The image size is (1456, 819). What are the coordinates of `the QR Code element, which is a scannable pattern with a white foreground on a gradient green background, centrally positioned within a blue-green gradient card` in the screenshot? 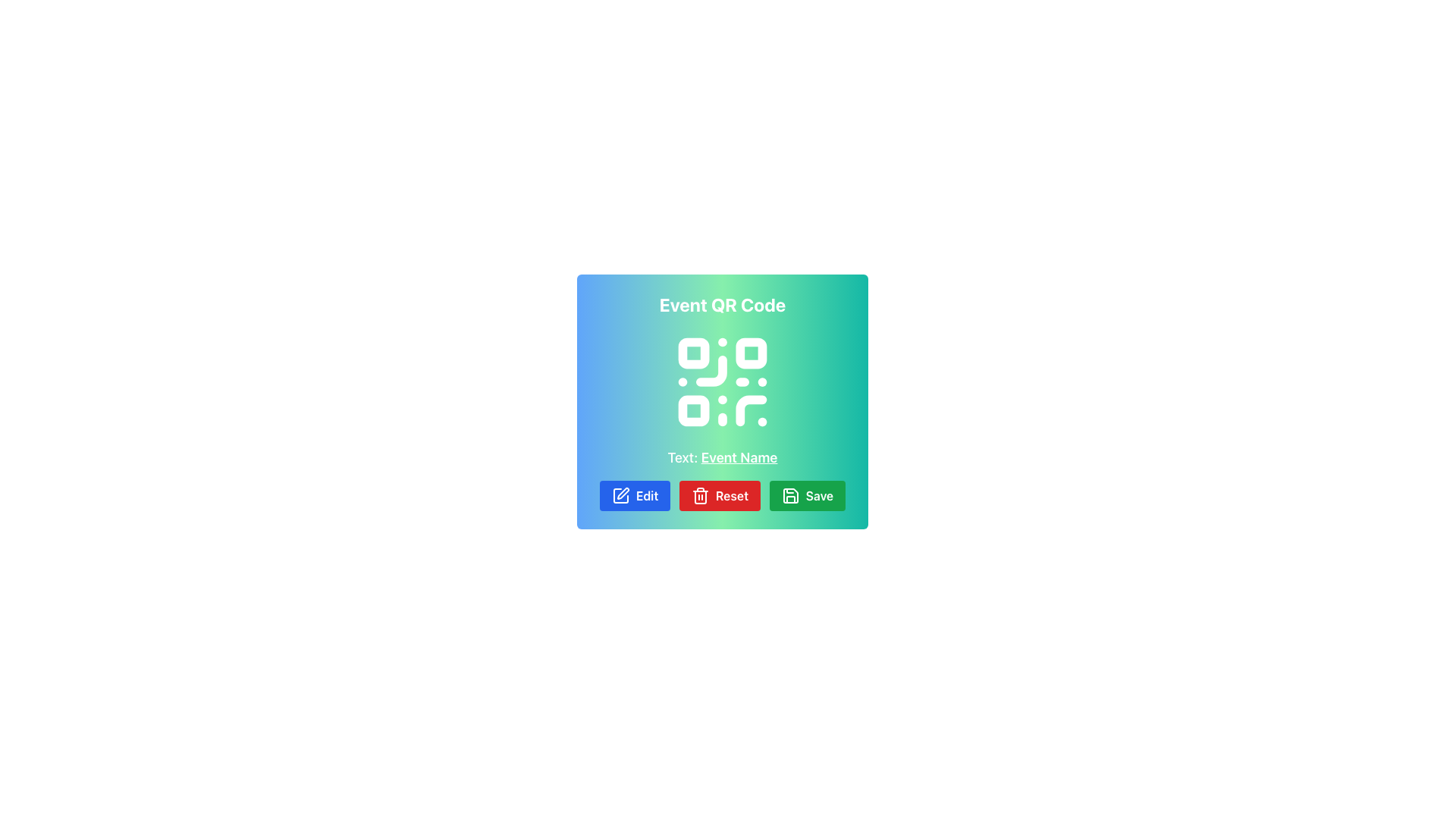 It's located at (722, 381).